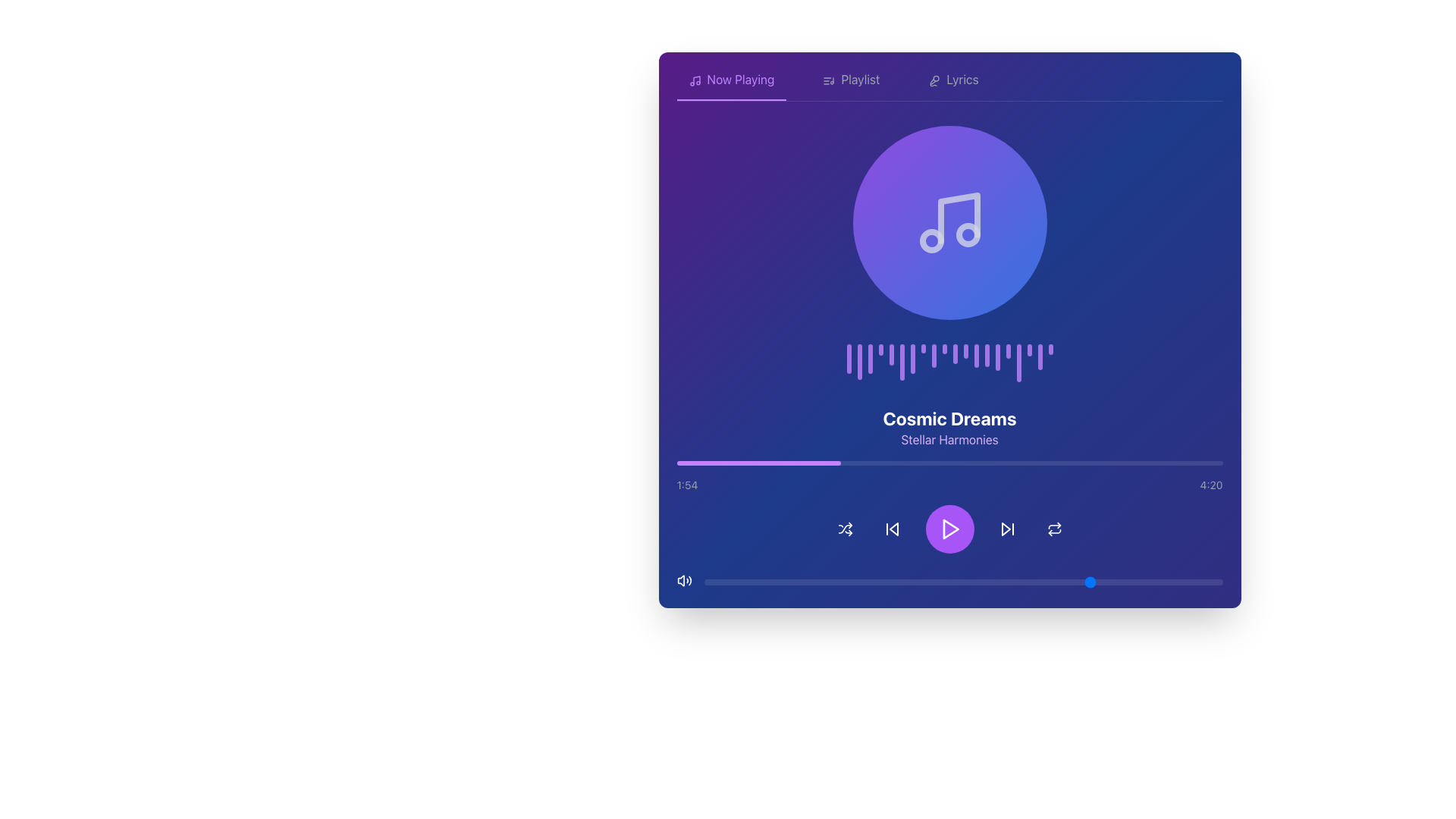 The width and height of the screenshot is (1456, 819). What do you see at coordinates (949, 427) in the screenshot?
I see `the Text display element that shows the title and subtitle of the currently playing audio track, positioned in the upper-middle section of the main interface` at bounding box center [949, 427].